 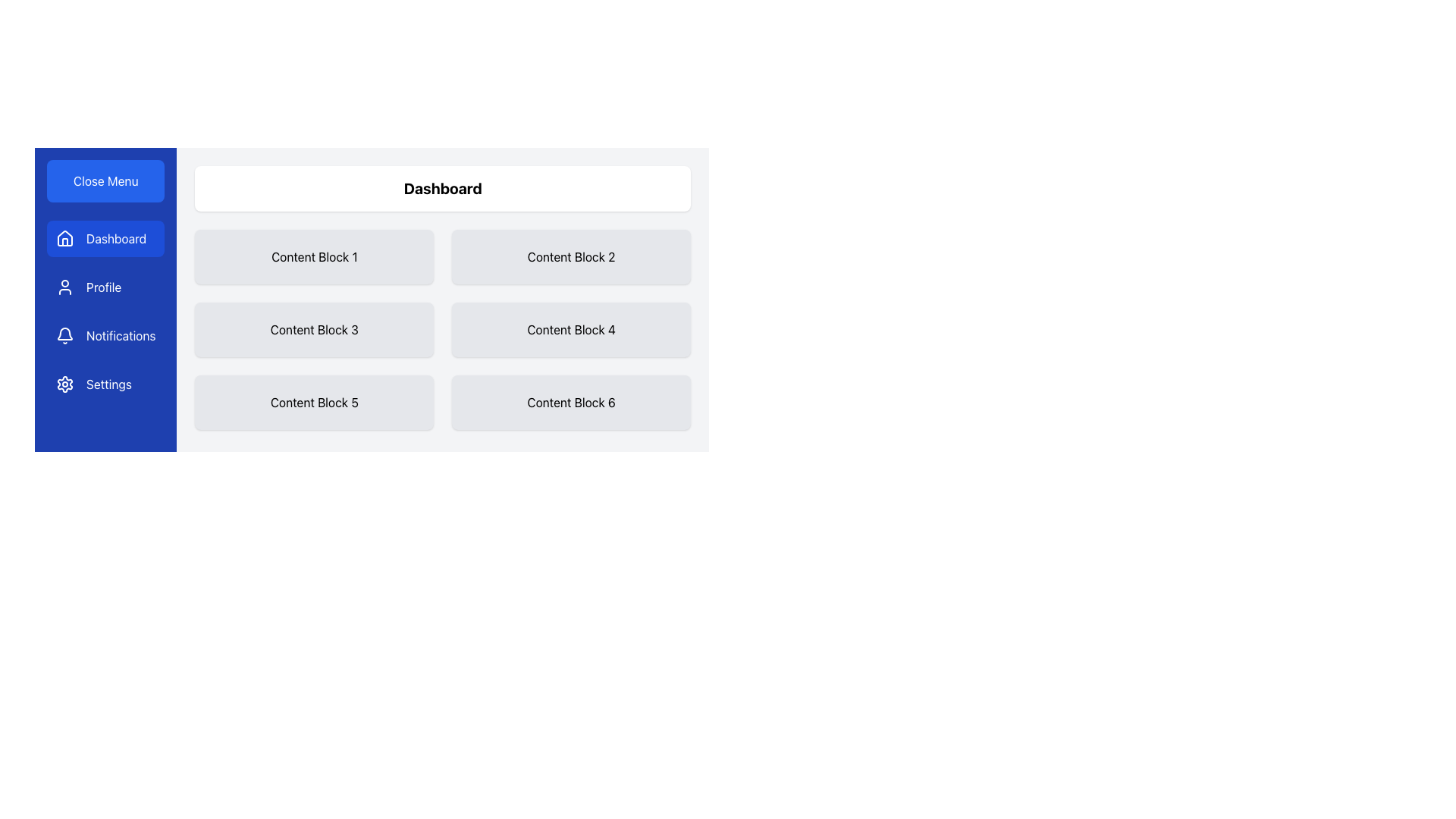 What do you see at coordinates (103, 287) in the screenshot?
I see `text content of the 'Profile' label located in the left-hand navigation menu, which is embedded within a blue background area and aligned to the left side, just below the 'Dashboard' label` at bounding box center [103, 287].